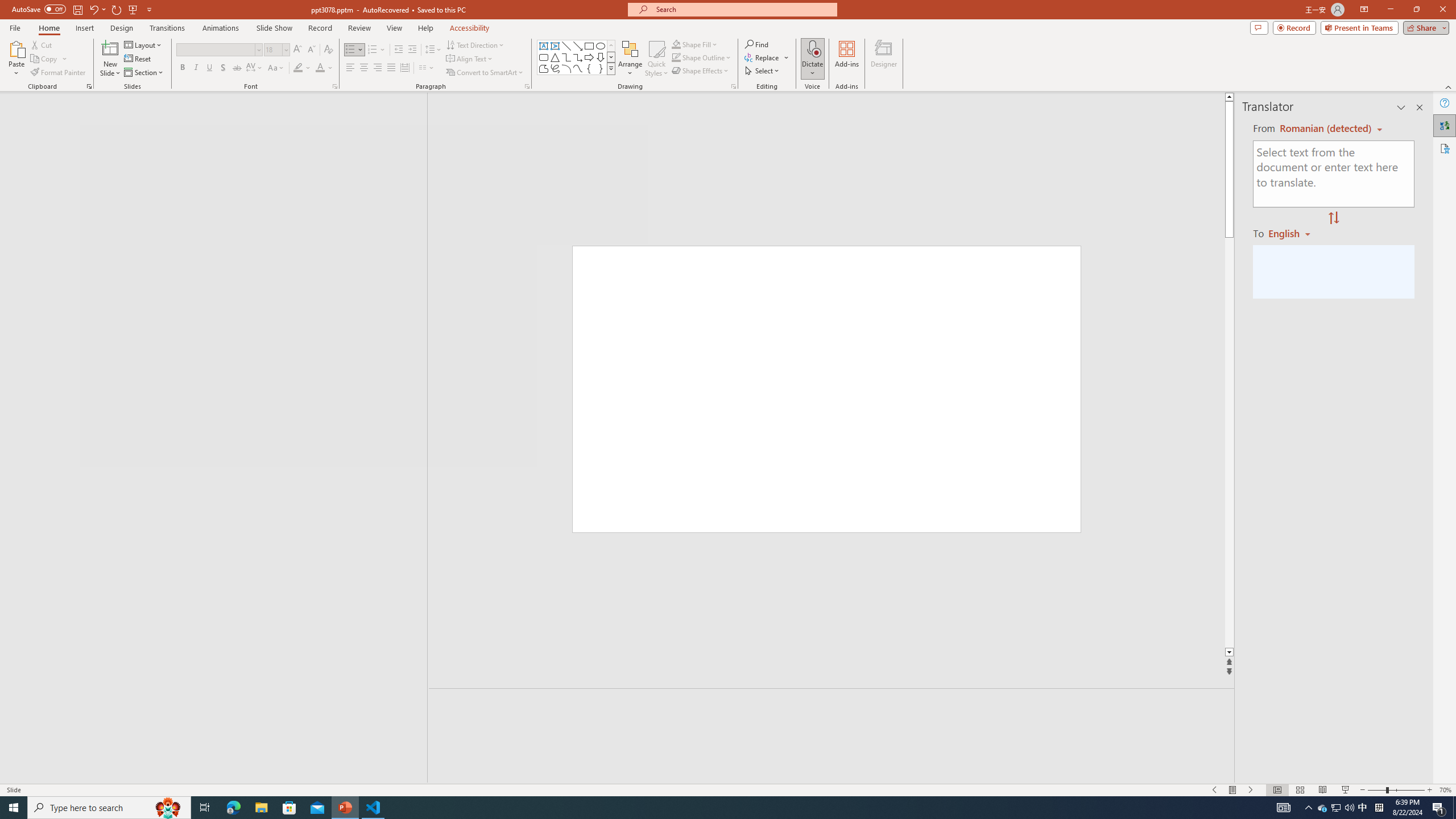 The height and width of the screenshot is (819, 1456). Describe the element at coordinates (543, 45) in the screenshot. I see `'Text Box'` at that location.